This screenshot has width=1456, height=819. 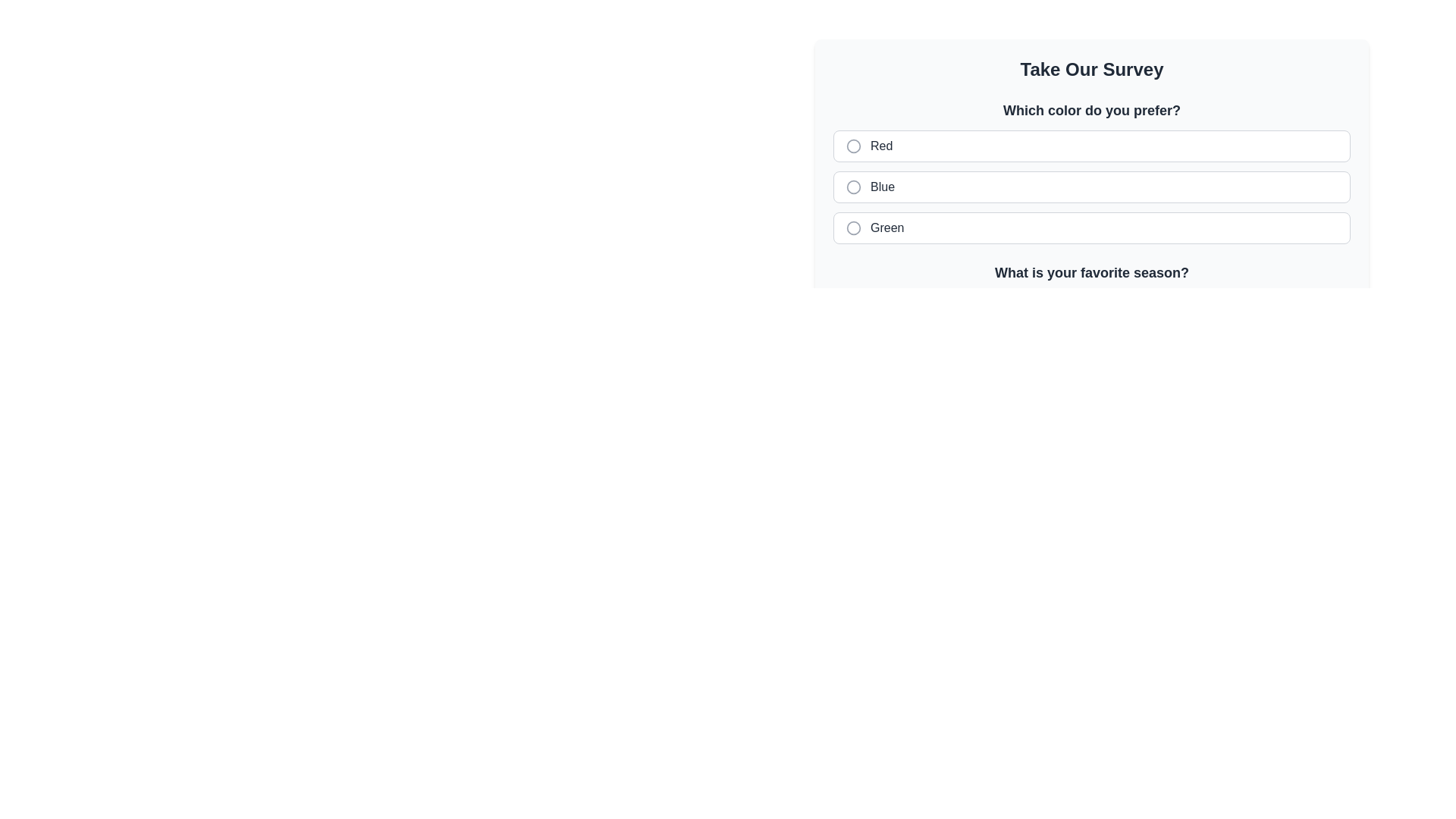 What do you see at coordinates (1092, 70) in the screenshot?
I see `text of the title element located at the top-center of the survey section, which introduces the context or purpose of the content` at bounding box center [1092, 70].